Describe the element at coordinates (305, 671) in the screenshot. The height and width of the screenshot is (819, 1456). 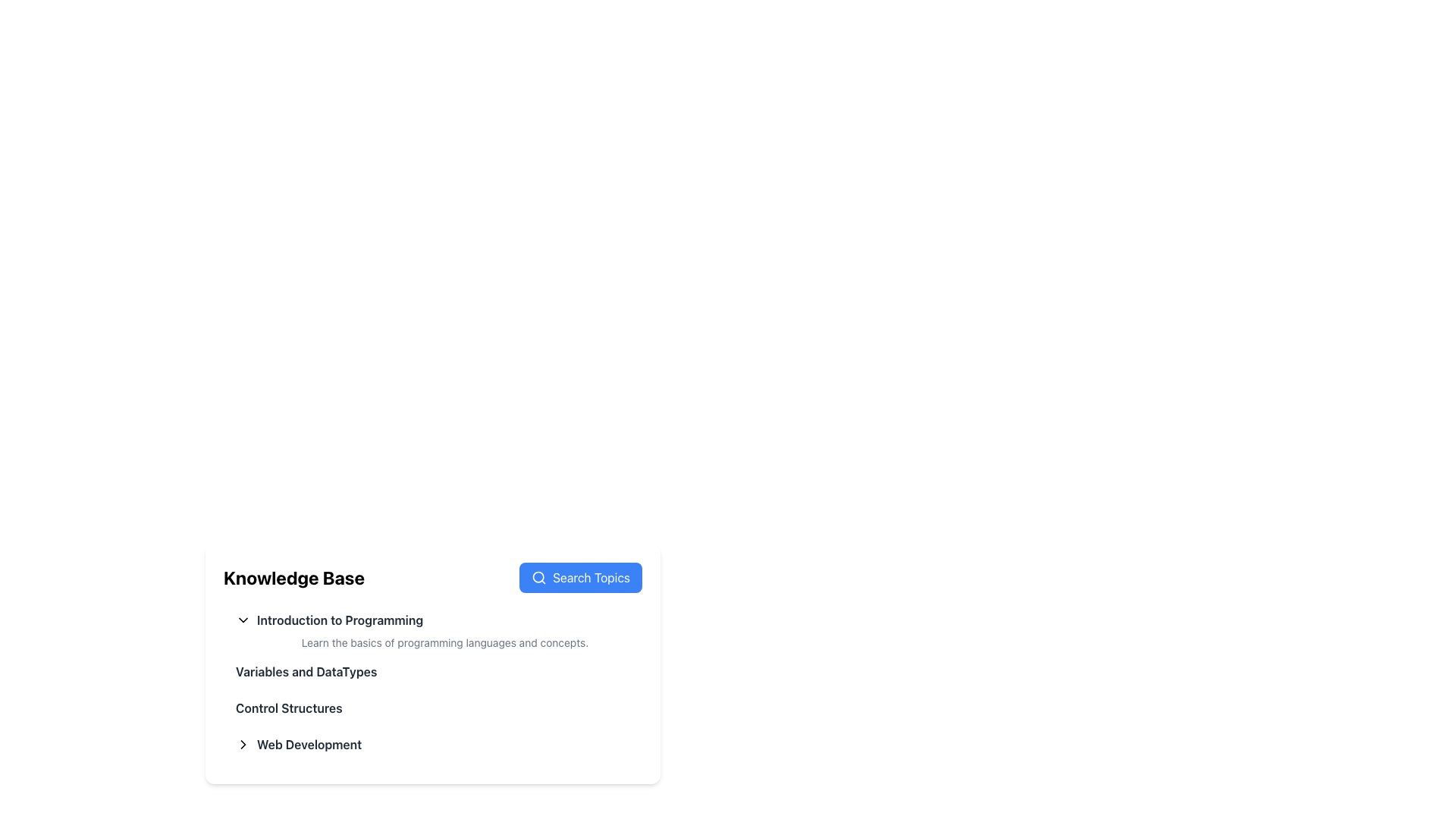
I see `the 'Variables and DataTypes' text label, which is the first sub-item under the 'Introduction to Programming' section of the 'Knowledge Base' menu` at that location.